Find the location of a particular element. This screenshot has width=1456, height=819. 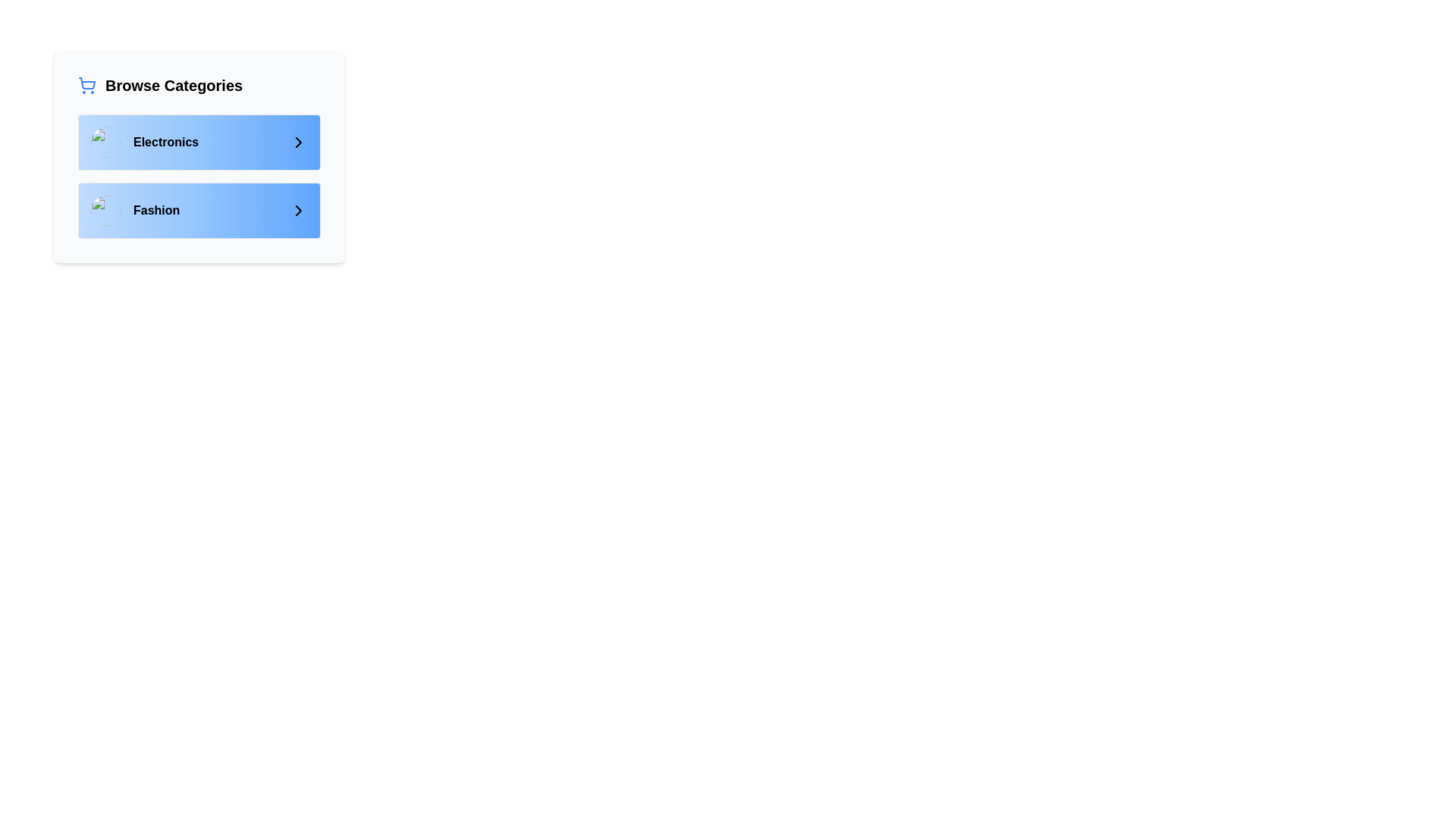

the 'Electronics' text label which is displayed in bold black font on the left side of a blue-shaded rectangular area, part of the category browsing interface is located at coordinates (166, 143).